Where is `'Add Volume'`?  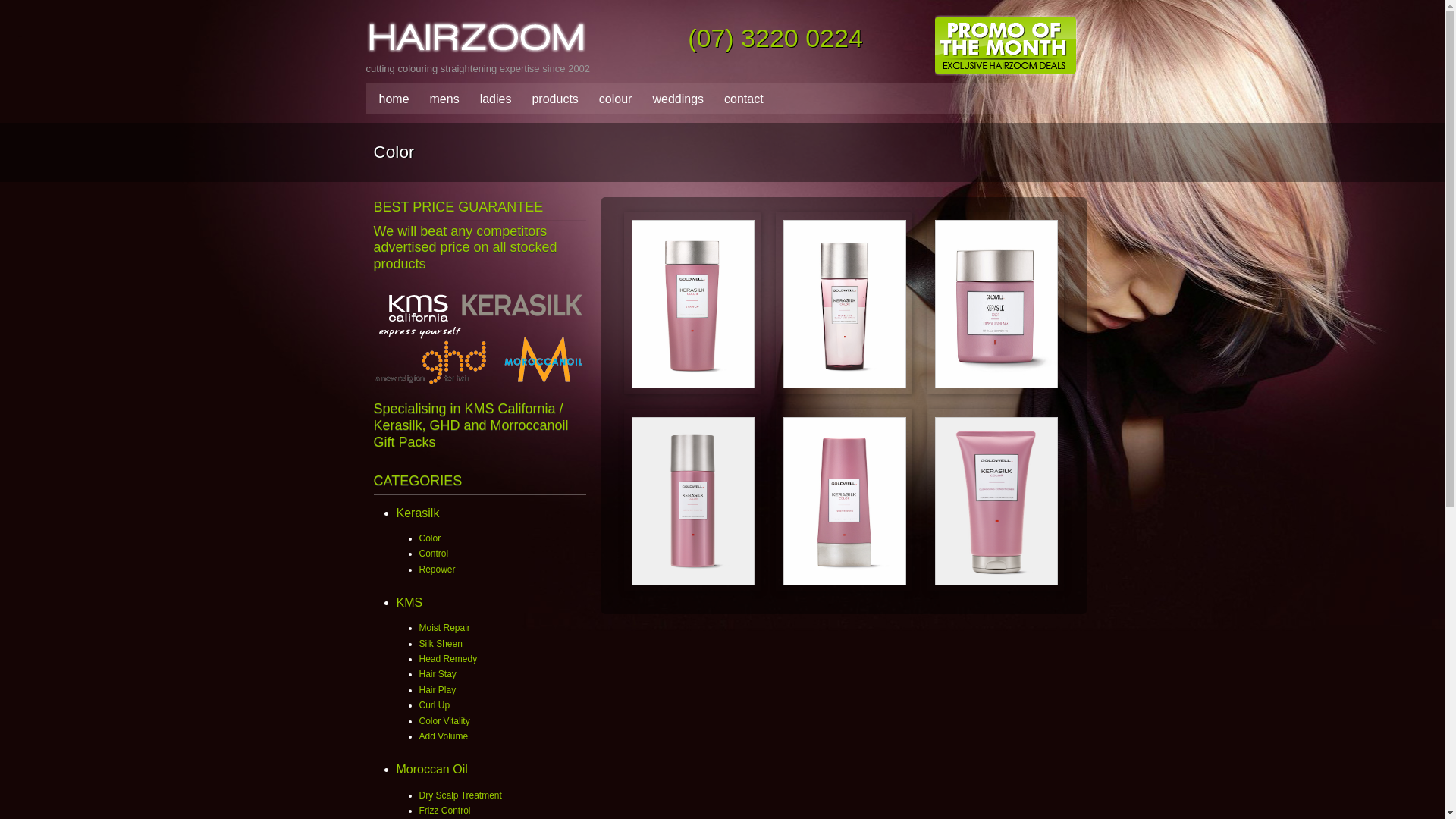 'Add Volume' is located at coordinates (442, 736).